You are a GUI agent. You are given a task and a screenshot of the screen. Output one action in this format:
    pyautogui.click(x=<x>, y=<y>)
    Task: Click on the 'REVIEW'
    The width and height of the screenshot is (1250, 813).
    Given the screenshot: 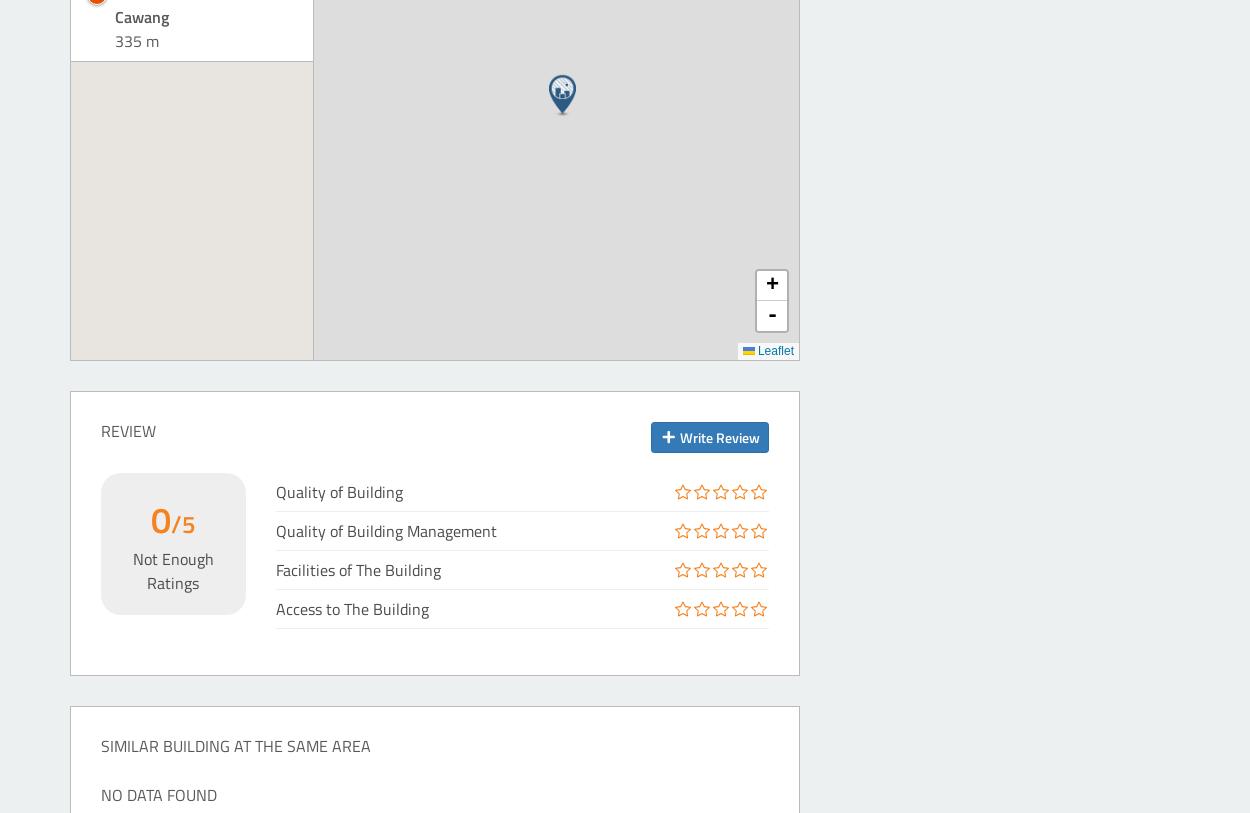 What is the action you would take?
    pyautogui.click(x=100, y=429)
    